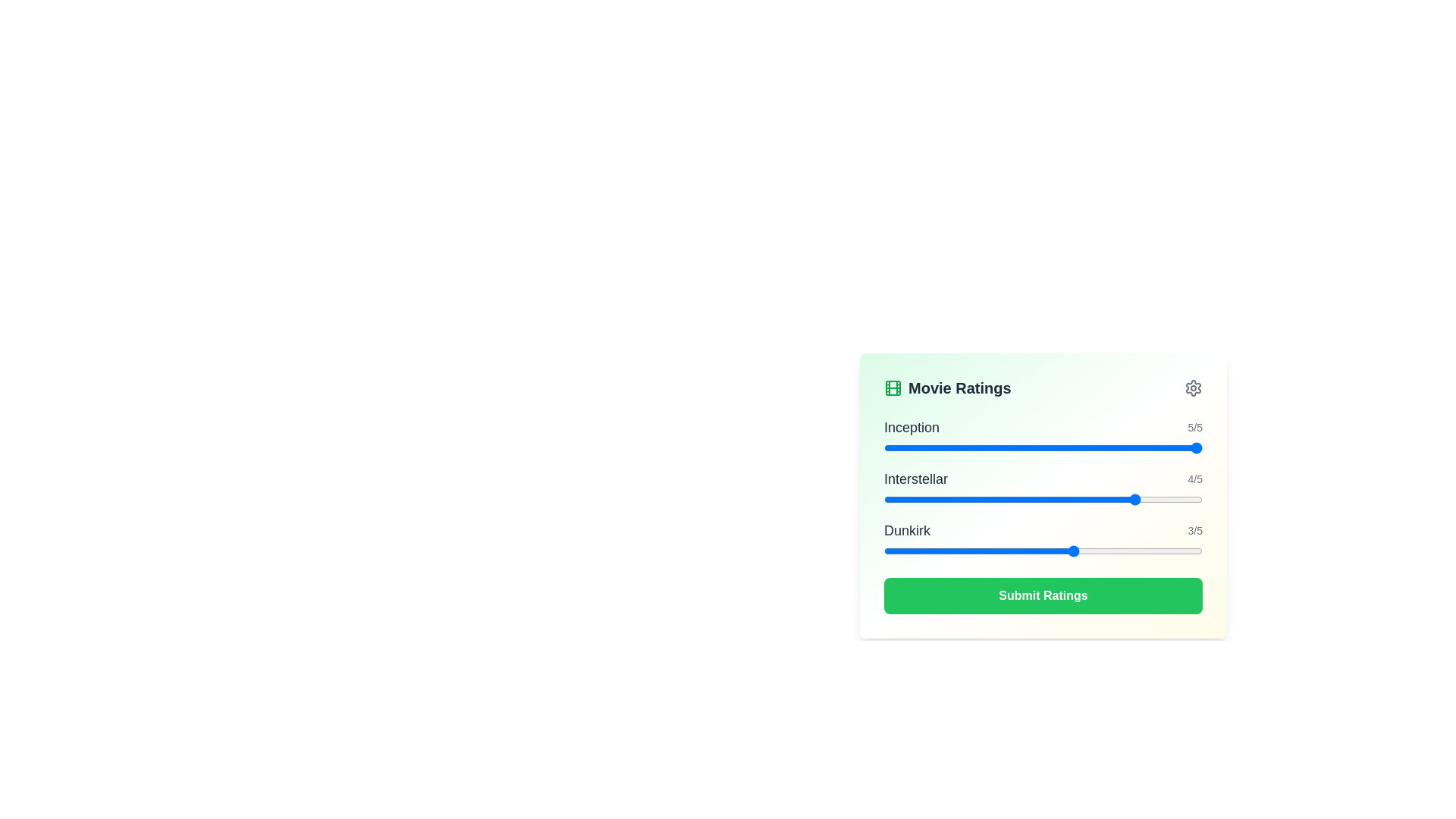 The width and height of the screenshot is (1456, 819). What do you see at coordinates (946, 388) in the screenshot?
I see `the title text element that indicates movie ratings, located at the top-left corner of the card-like UI component, to the right of the film icon` at bounding box center [946, 388].